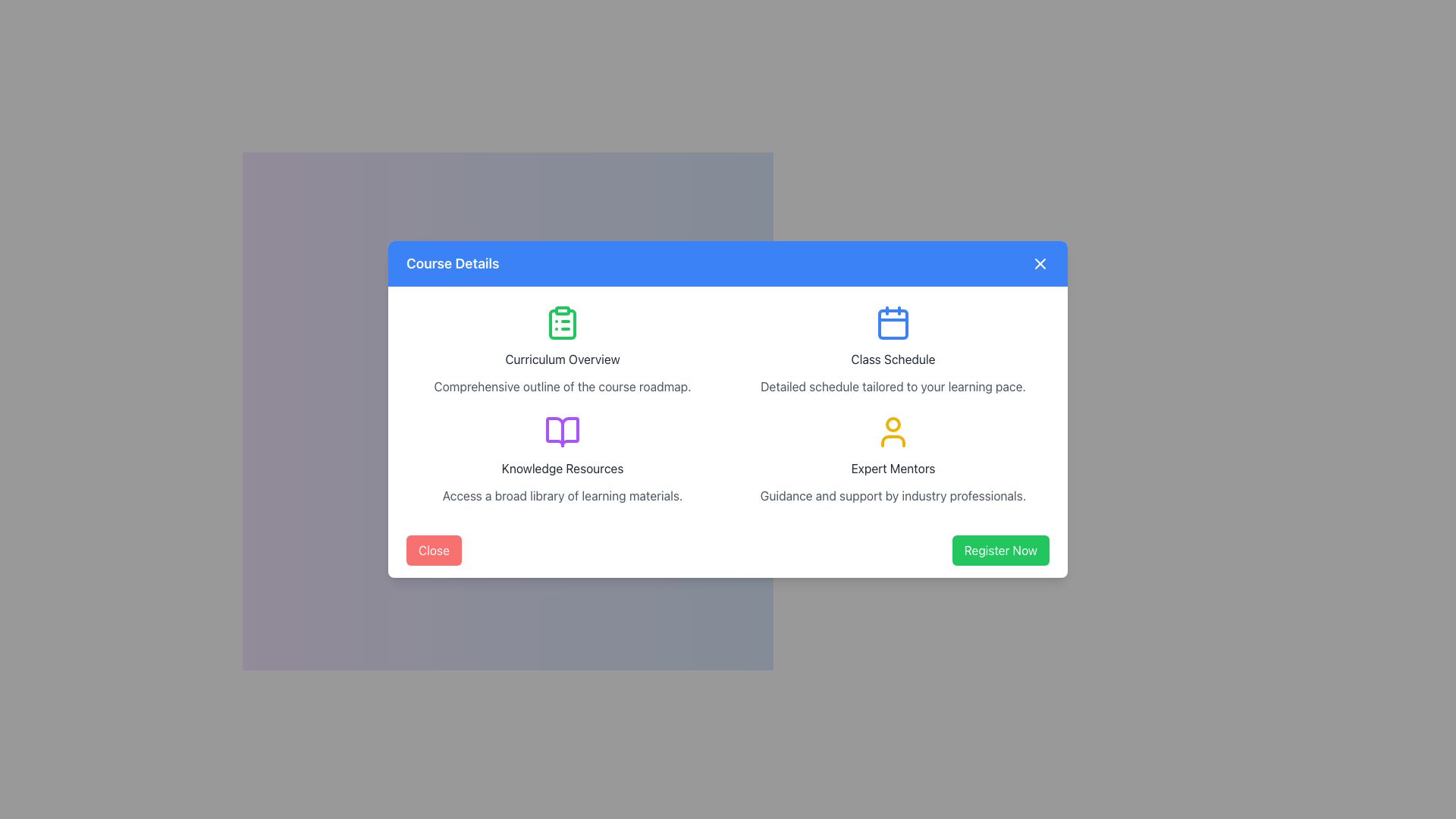 The width and height of the screenshot is (1456, 819). Describe the element at coordinates (893, 350) in the screenshot. I see `the Informational card titled 'Class Schedule' which features a calendar icon and is located in the top-right position of a two-by-two grid layout` at that location.